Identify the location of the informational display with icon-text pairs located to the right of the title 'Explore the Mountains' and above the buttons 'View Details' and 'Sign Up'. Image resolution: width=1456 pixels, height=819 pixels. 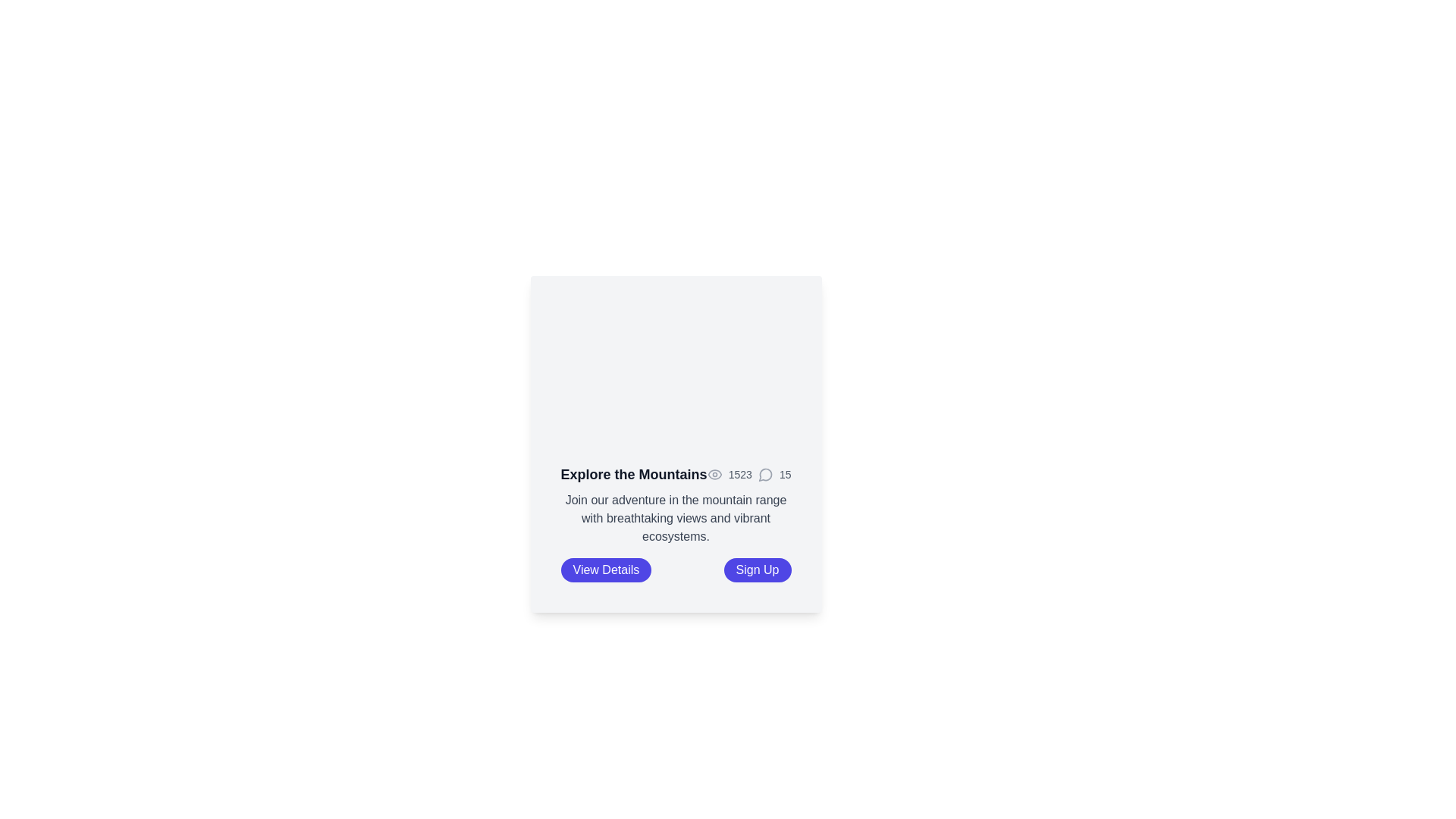
(749, 473).